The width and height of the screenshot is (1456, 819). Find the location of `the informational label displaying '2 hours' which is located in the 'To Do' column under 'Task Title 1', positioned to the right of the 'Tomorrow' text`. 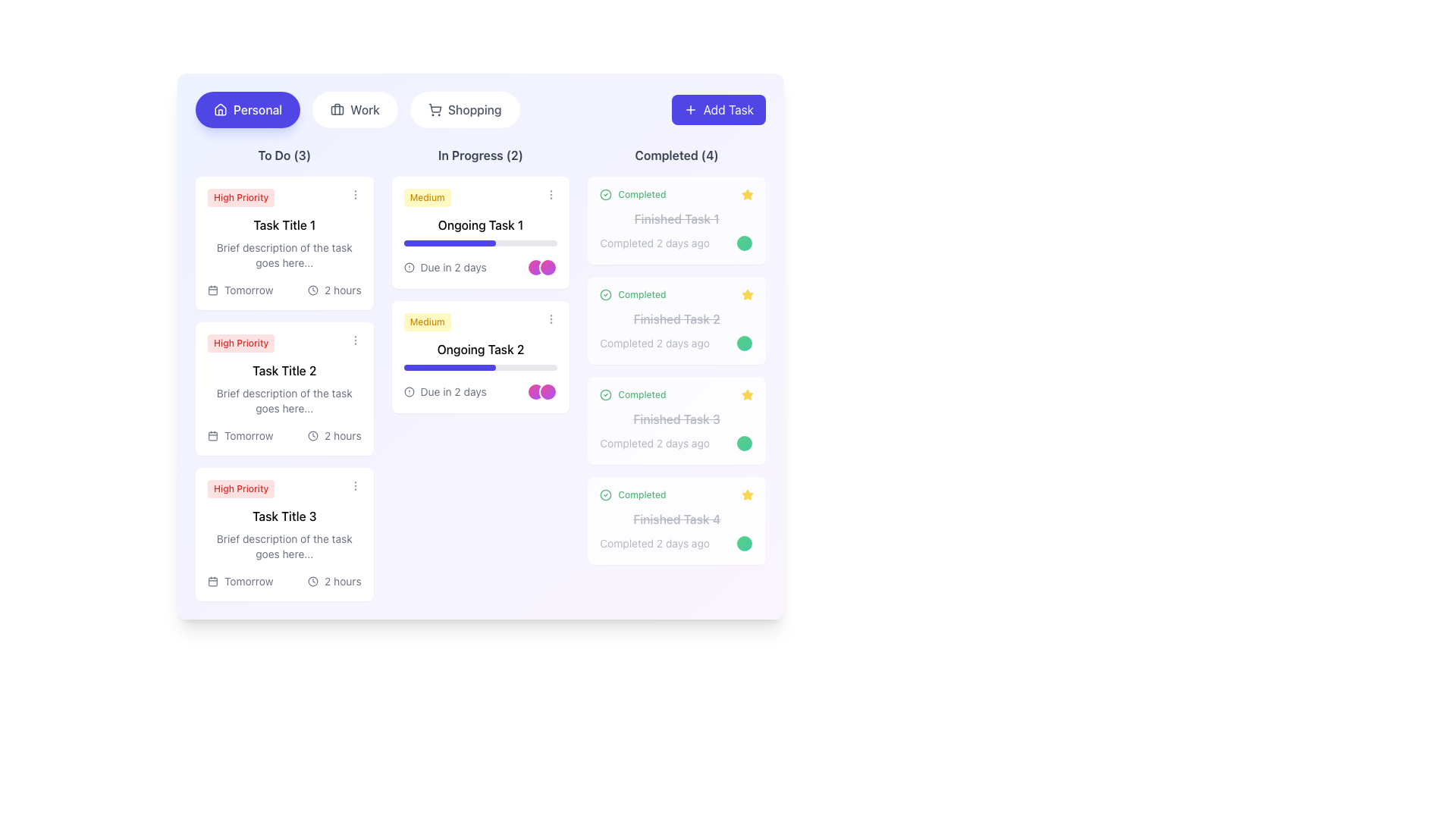

the informational label displaying '2 hours' which is located in the 'To Do' column under 'Task Title 1', positioned to the right of the 'Tomorrow' text is located at coordinates (334, 290).